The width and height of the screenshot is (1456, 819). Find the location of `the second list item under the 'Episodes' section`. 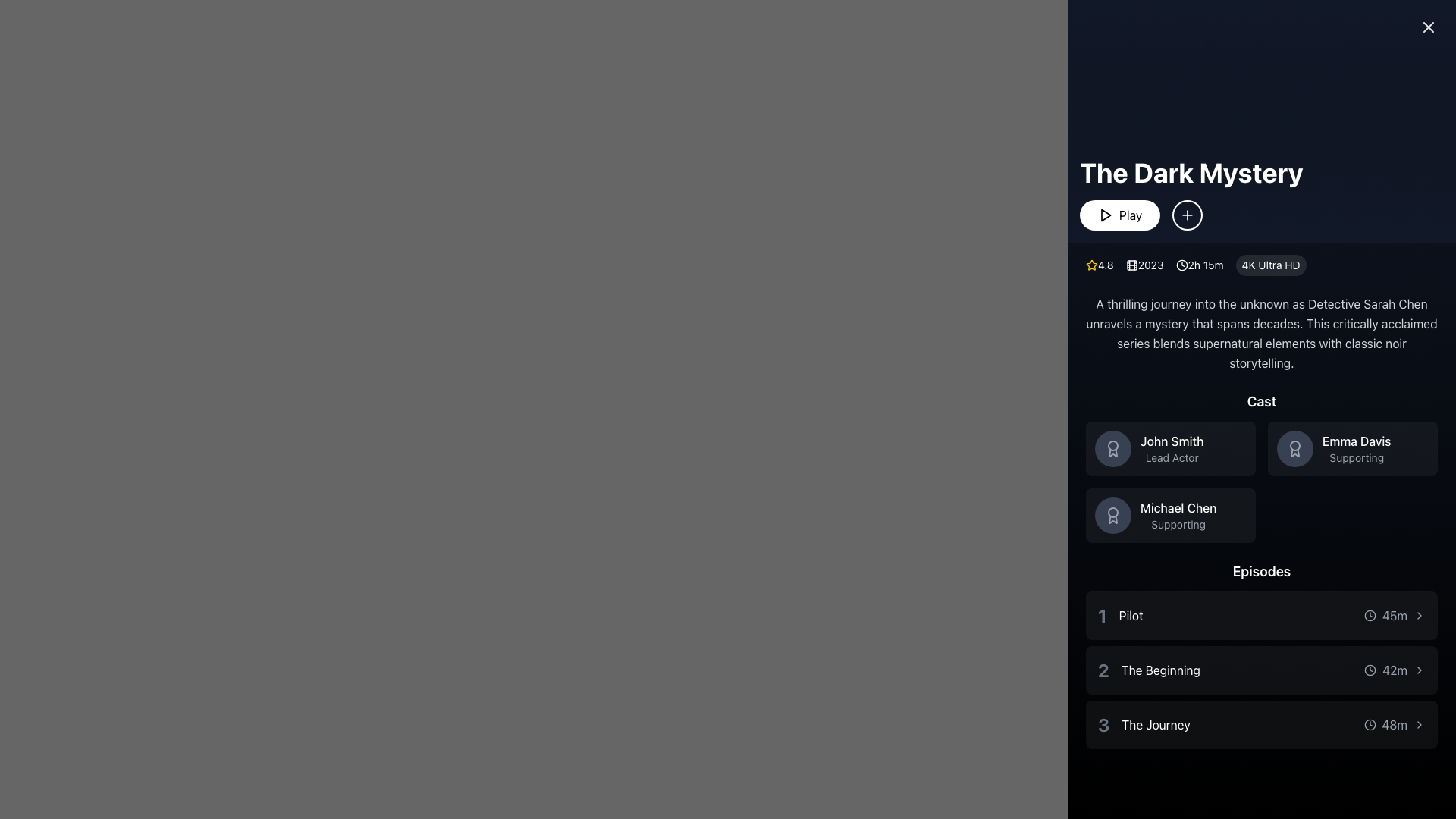

the second list item under the 'Episodes' section is located at coordinates (1262, 669).